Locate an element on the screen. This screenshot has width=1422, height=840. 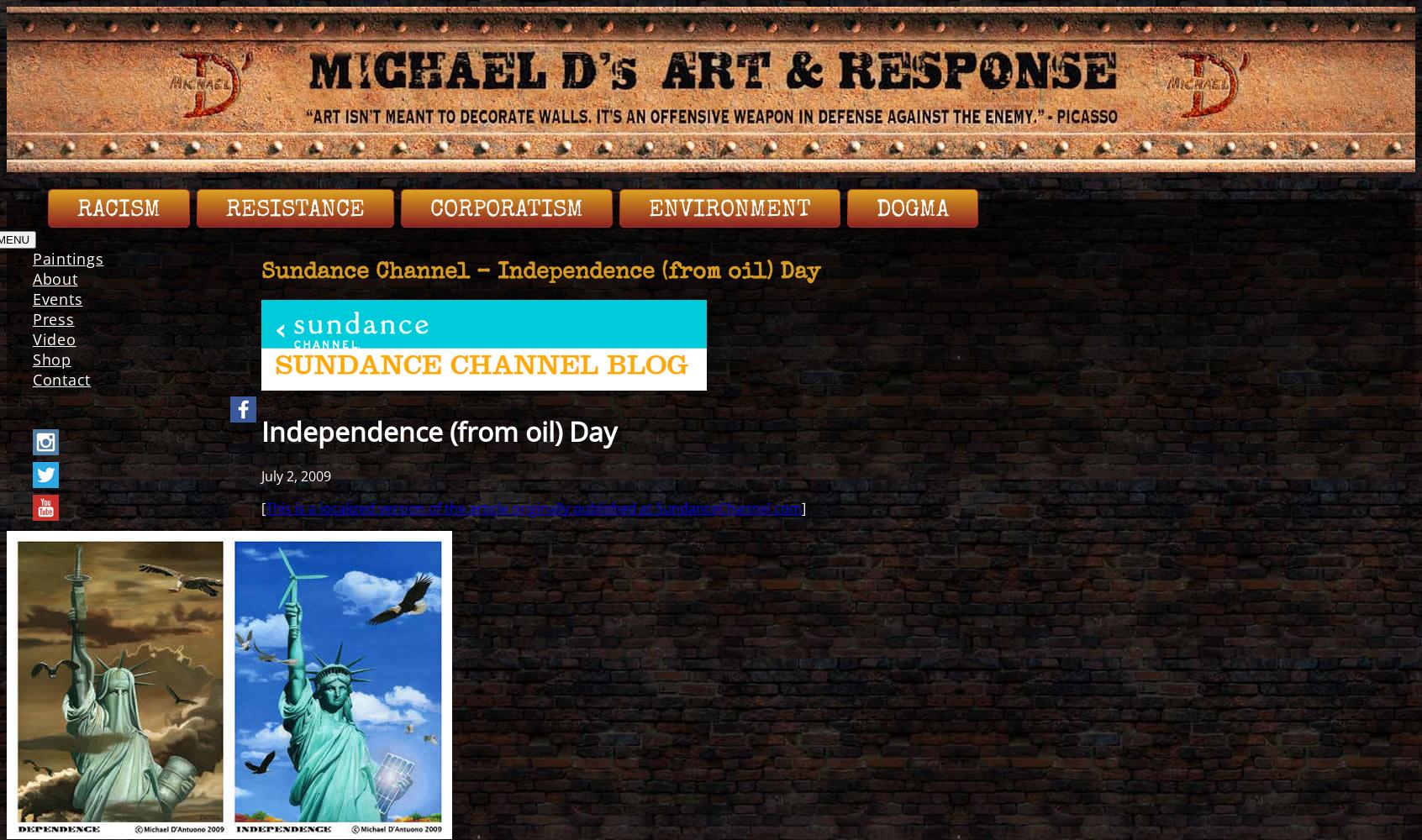
'This is a localized version of the article originally published at SundanceChannel.com' is located at coordinates (533, 507).